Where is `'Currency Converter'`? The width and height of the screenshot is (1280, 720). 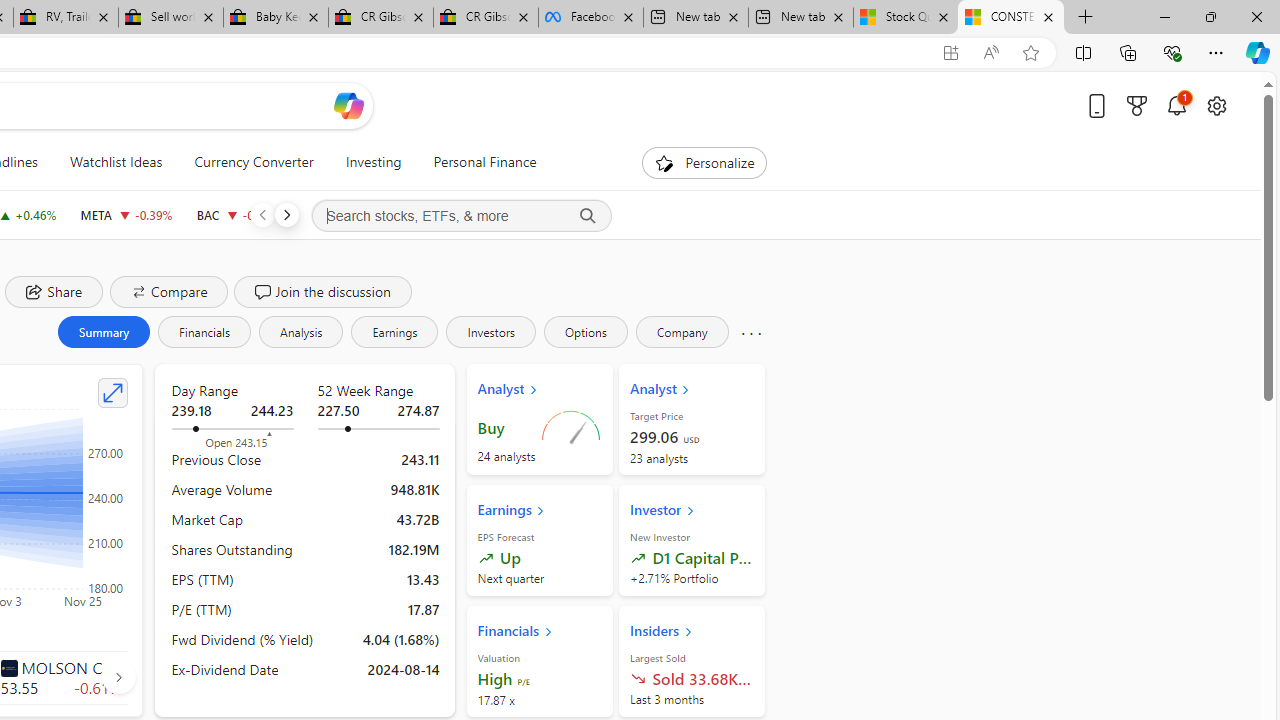 'Currency Converter' is located at coordinates (253, 162).